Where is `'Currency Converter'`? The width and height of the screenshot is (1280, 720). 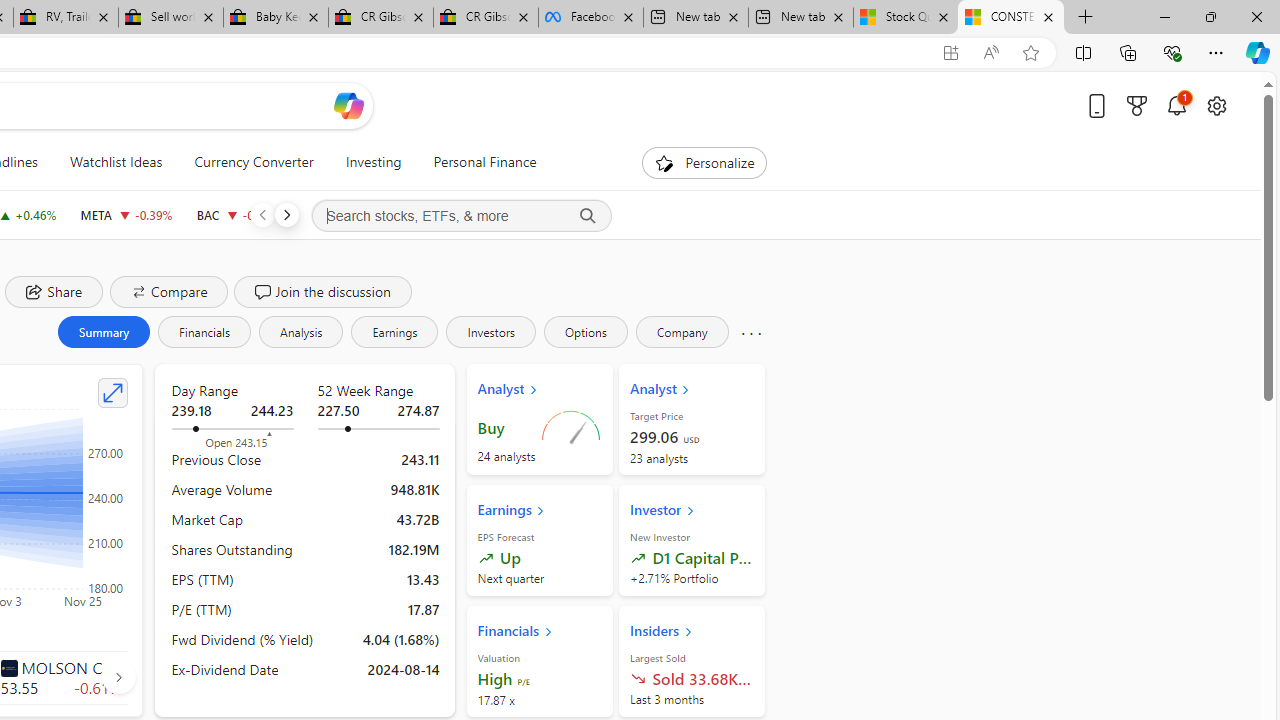 'Currency Converter' is located at coordinates (253, 162).